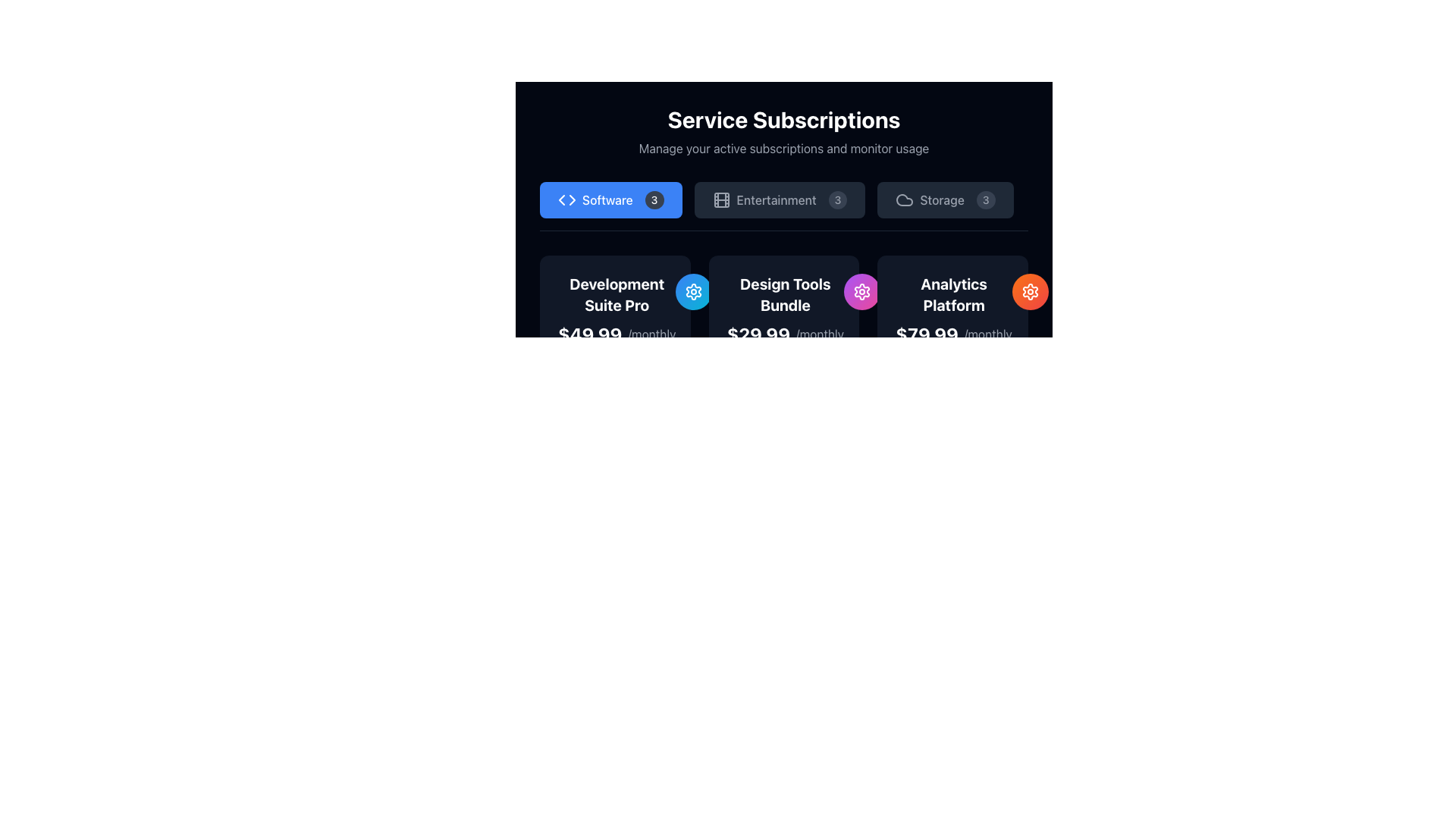 The width and height of the screenshot is (1456, 819). Describe the element at coordinates (945, 199) in the screenshot. I see `the 'Storage' button, which is a rectangular button with a dark gray background, a white cloud icon, and the text 'Storage' with a badge showing the number '3'` at that location.